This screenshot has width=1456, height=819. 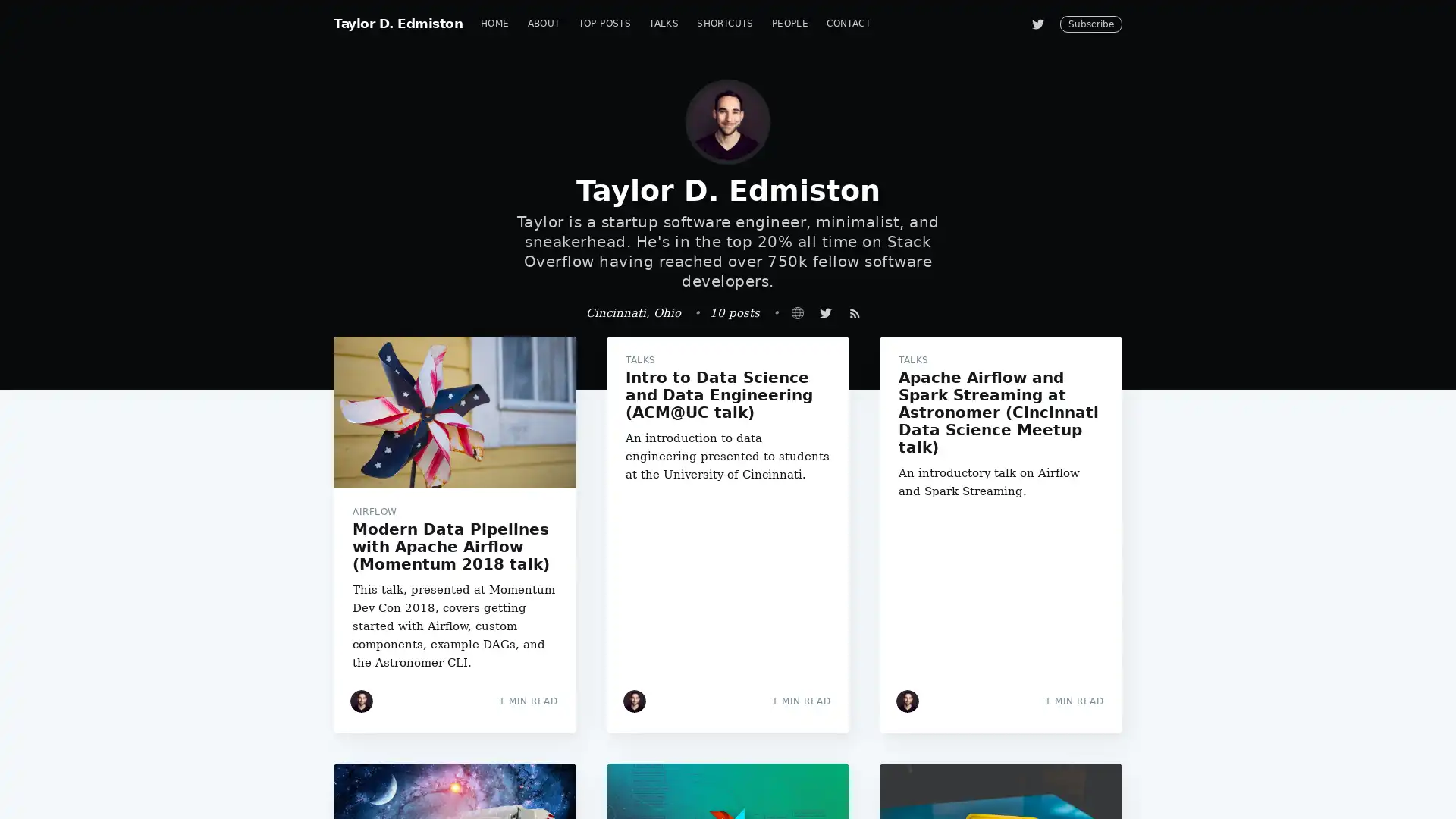 What do you see at coordinates (866, 465) in the screenshot?
I see `Subscribe` at bounding box center [866, 465].